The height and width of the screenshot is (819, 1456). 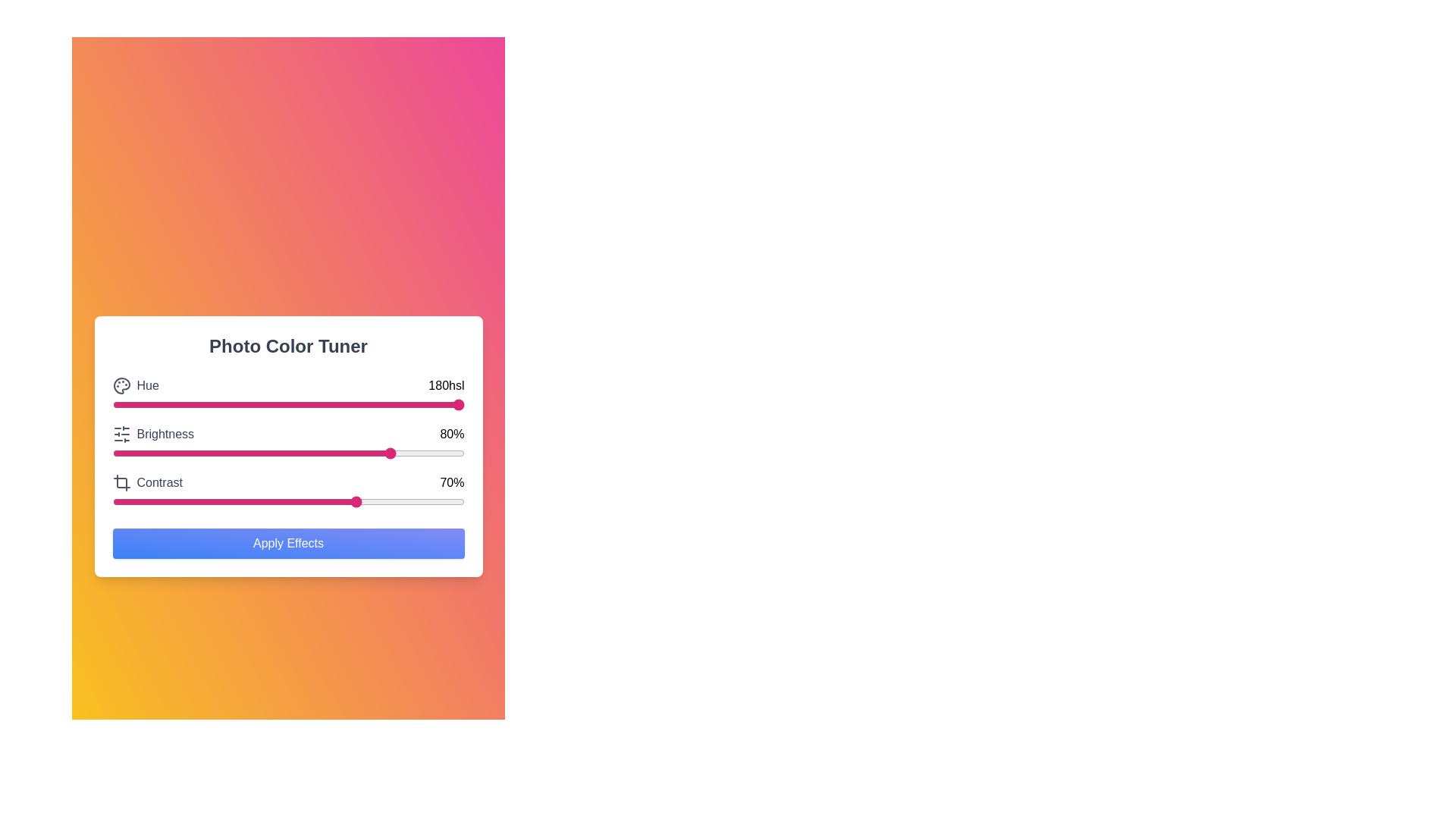 I want to click on the hue slider to set the hue value to 42, so click(x=260, y=403).